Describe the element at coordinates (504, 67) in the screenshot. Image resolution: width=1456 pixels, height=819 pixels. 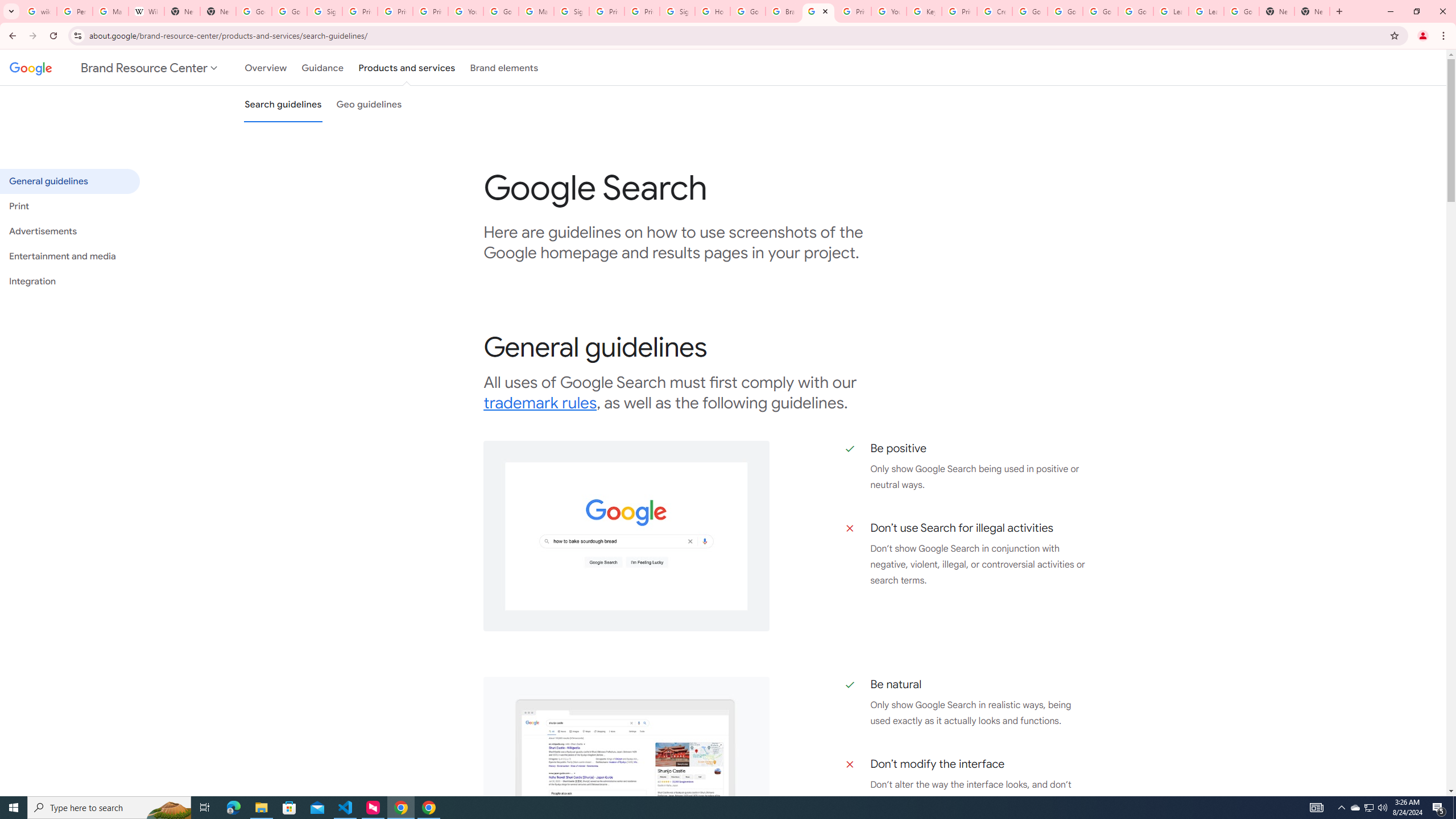
I see `'Brand elements'` at that location.